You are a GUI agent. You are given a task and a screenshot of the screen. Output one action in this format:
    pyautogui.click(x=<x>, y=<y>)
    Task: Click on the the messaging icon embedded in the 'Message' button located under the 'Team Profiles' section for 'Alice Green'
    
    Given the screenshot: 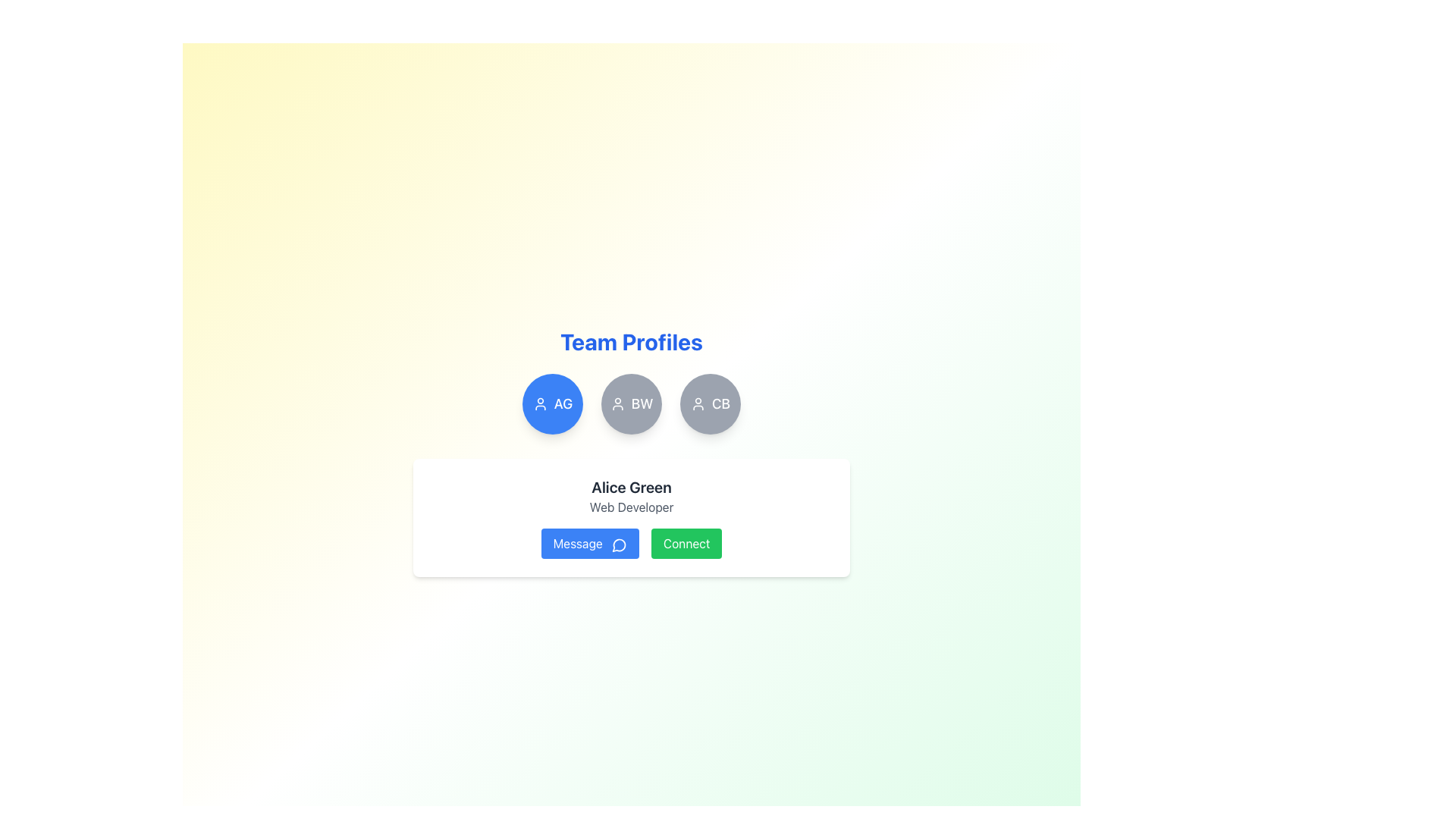 What is the action you would take?
    pyautogui.click(x=619, y=544)
    